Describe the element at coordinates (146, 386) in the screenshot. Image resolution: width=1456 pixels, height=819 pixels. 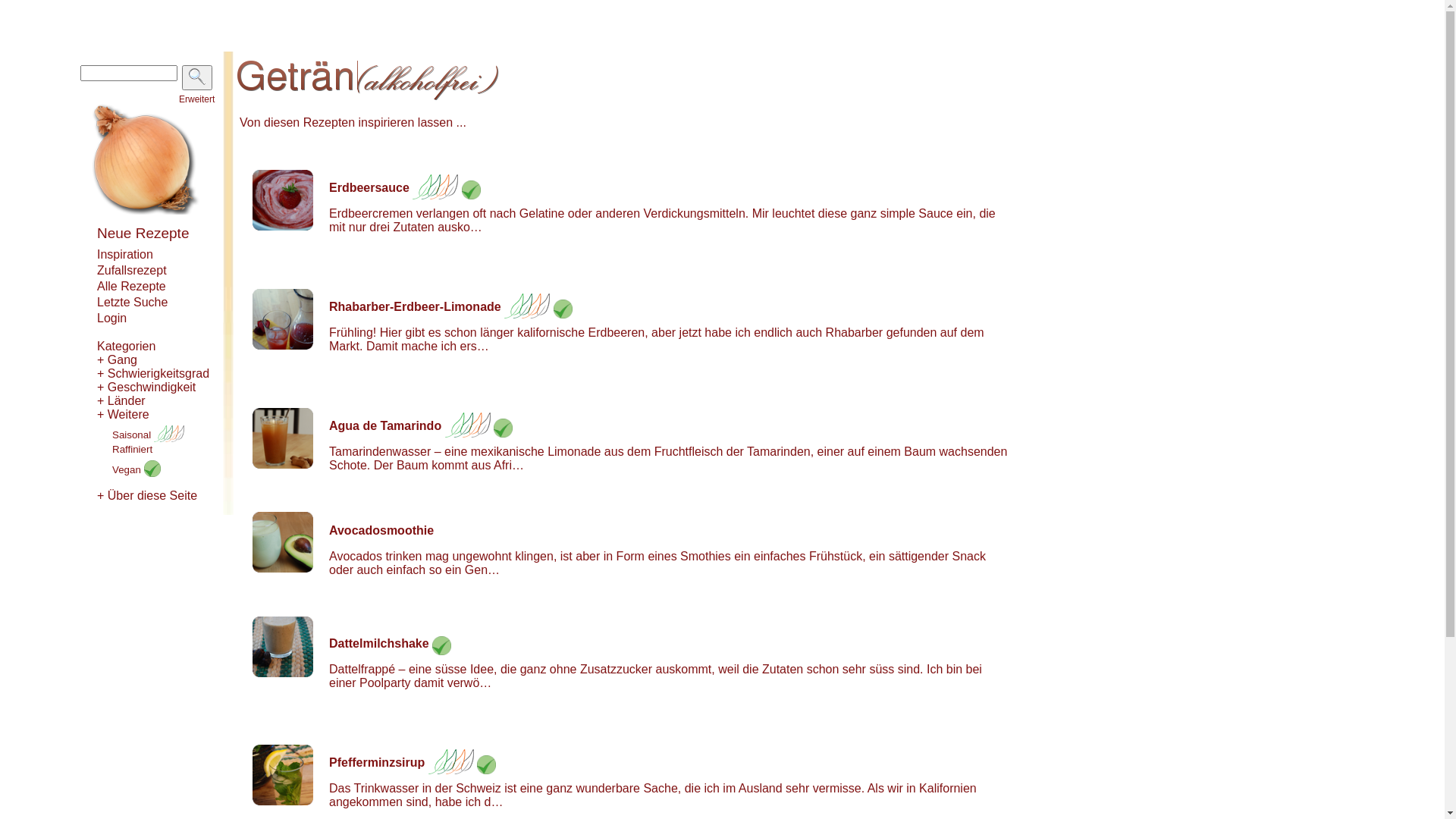
I see `'+ Geschwindigkeit'` at that location.